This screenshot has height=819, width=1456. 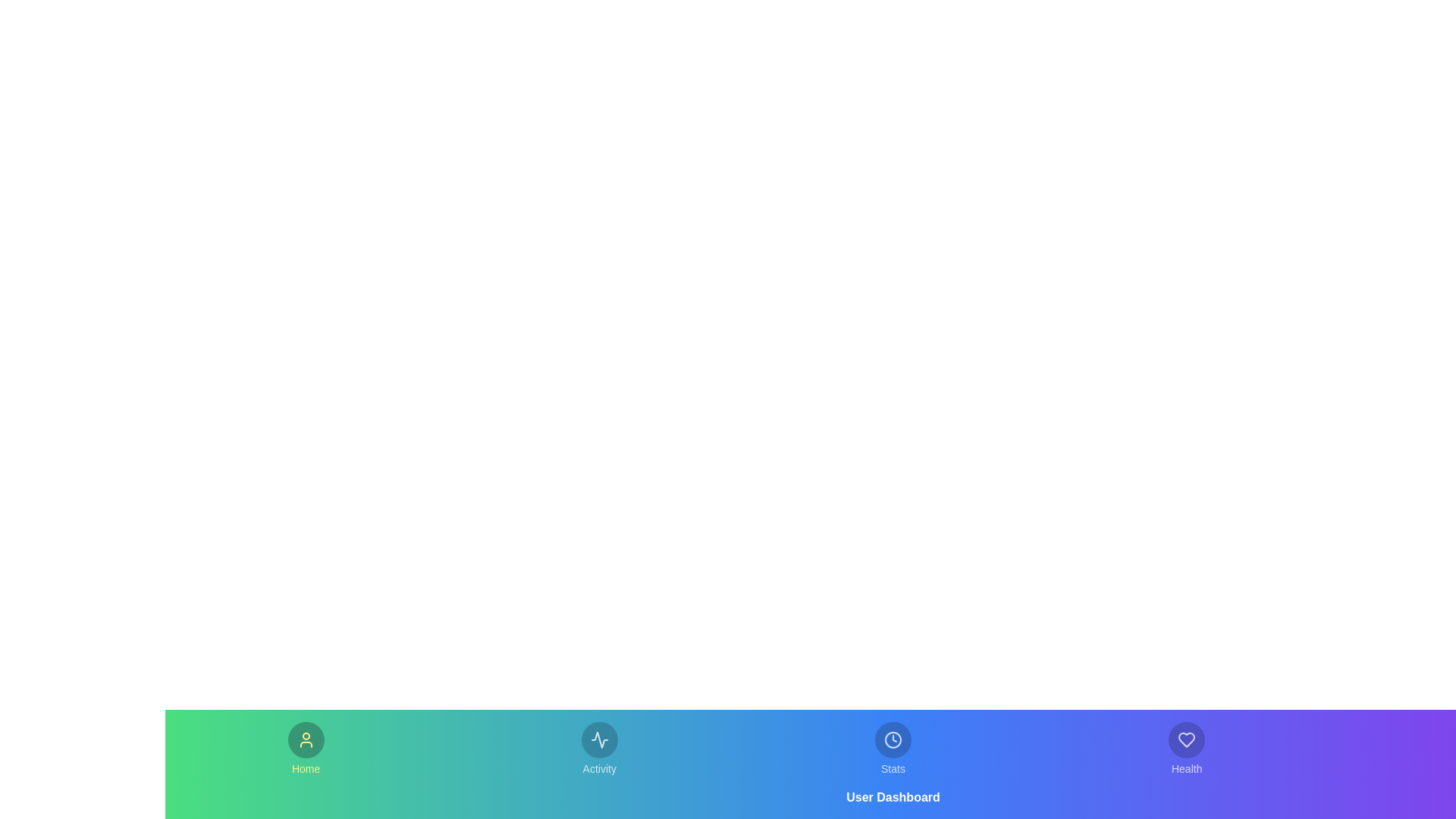 What do you see at coordinates (305, 748) in the screenshot?
I see `the Home tab in the bottom navigation` at bounding box center [305, 748].